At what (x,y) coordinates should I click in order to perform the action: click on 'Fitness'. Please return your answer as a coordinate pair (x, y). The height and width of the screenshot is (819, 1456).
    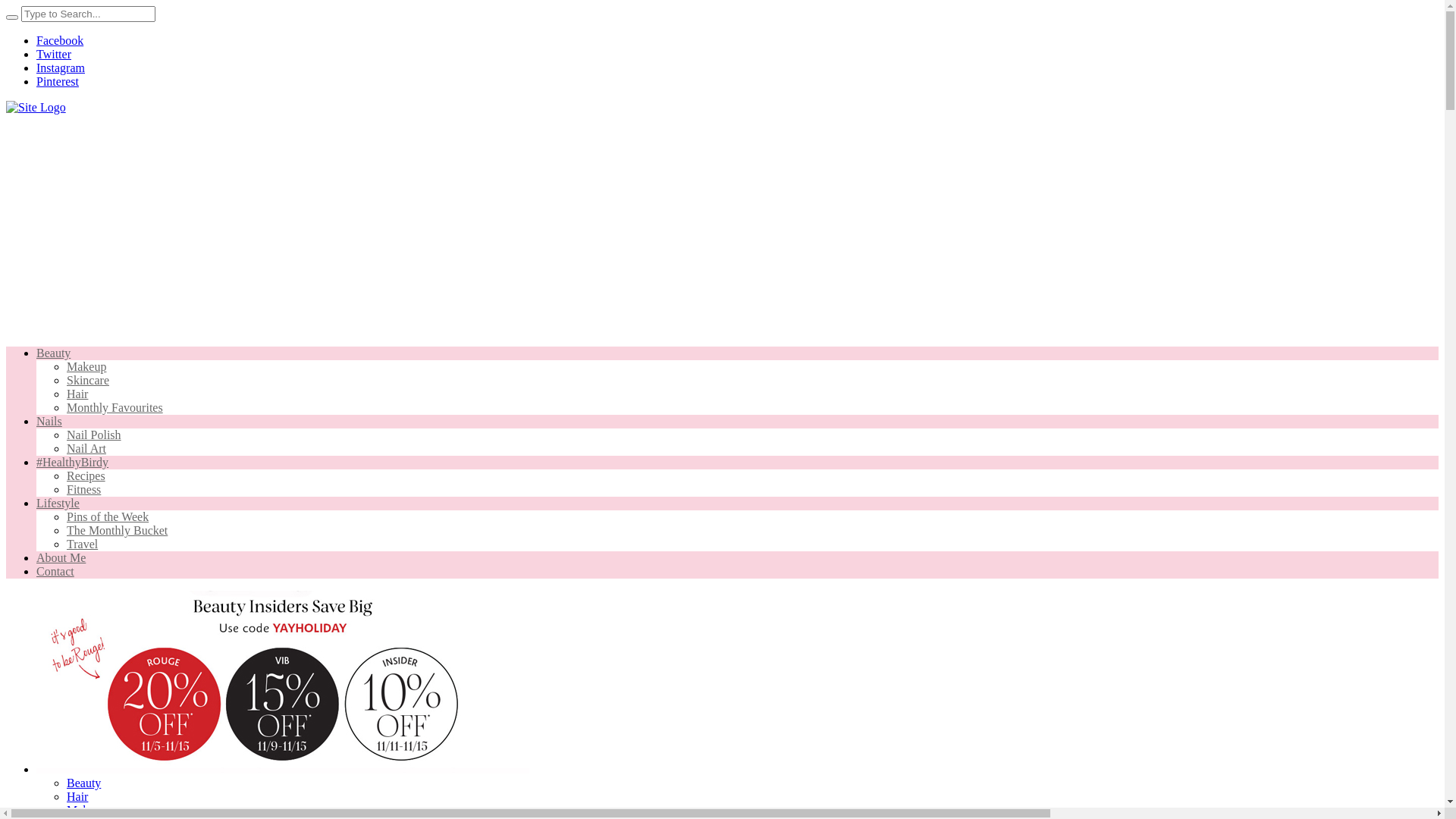
    Looking at the image, I should click on (83, 489).